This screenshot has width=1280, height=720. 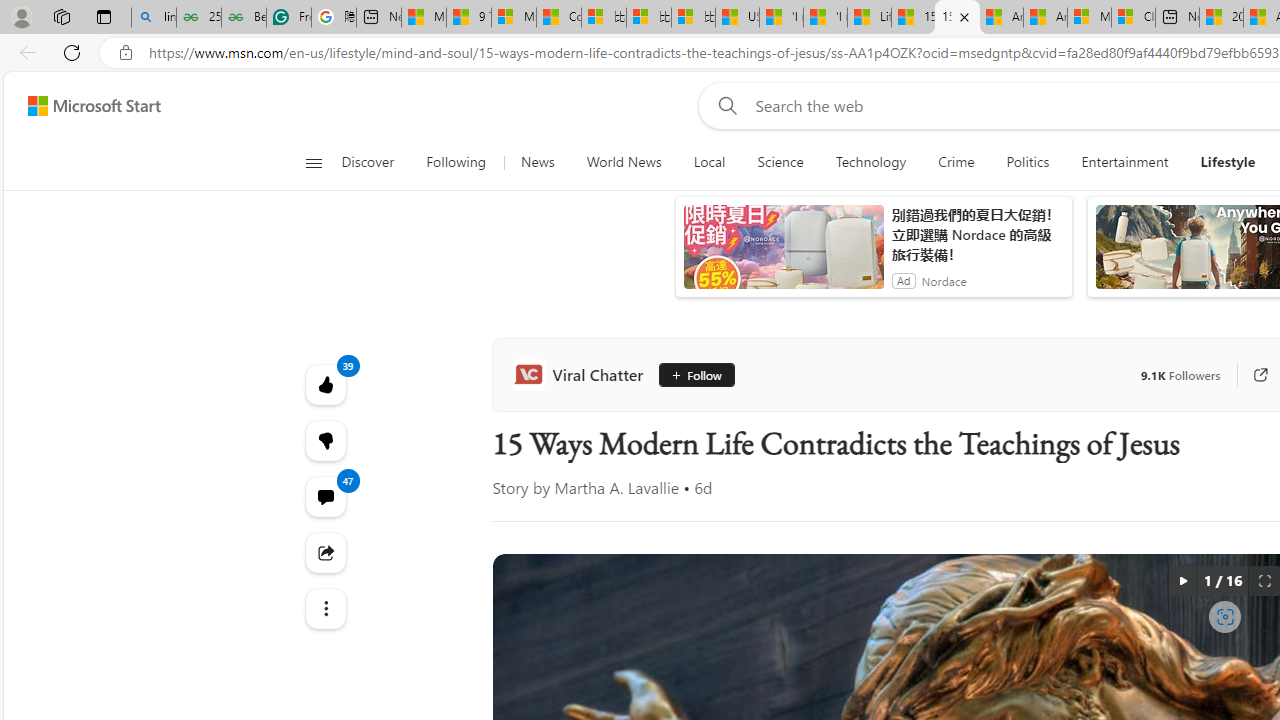 I want to click on 'Cloud Computing Services | Microsoft Azure', so click(x=1133, y=17).